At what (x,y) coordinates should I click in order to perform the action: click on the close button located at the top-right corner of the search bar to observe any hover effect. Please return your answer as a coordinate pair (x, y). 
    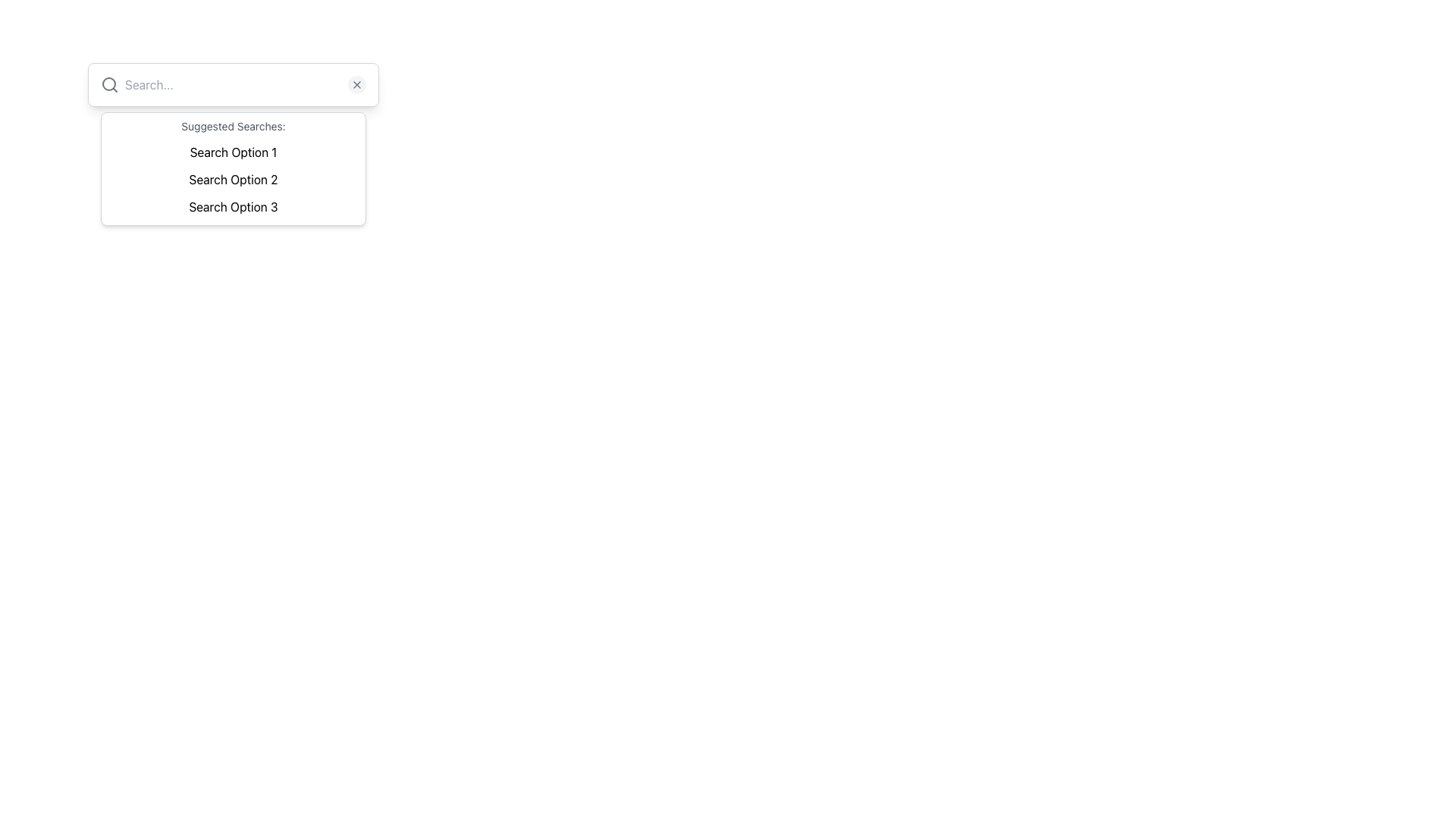
    Looking at the image, I should click on (356, 84).